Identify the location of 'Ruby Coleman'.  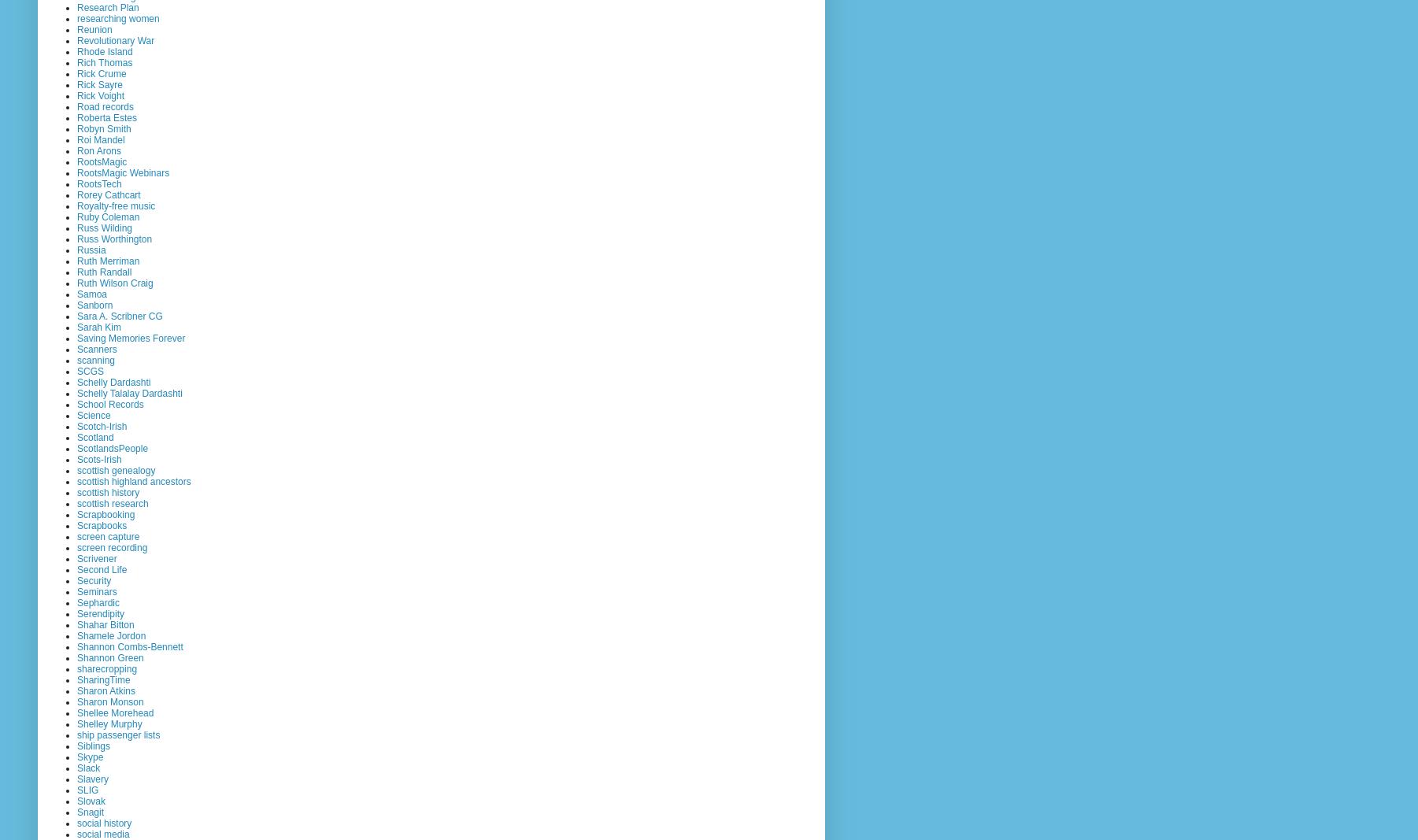
(108, 216).